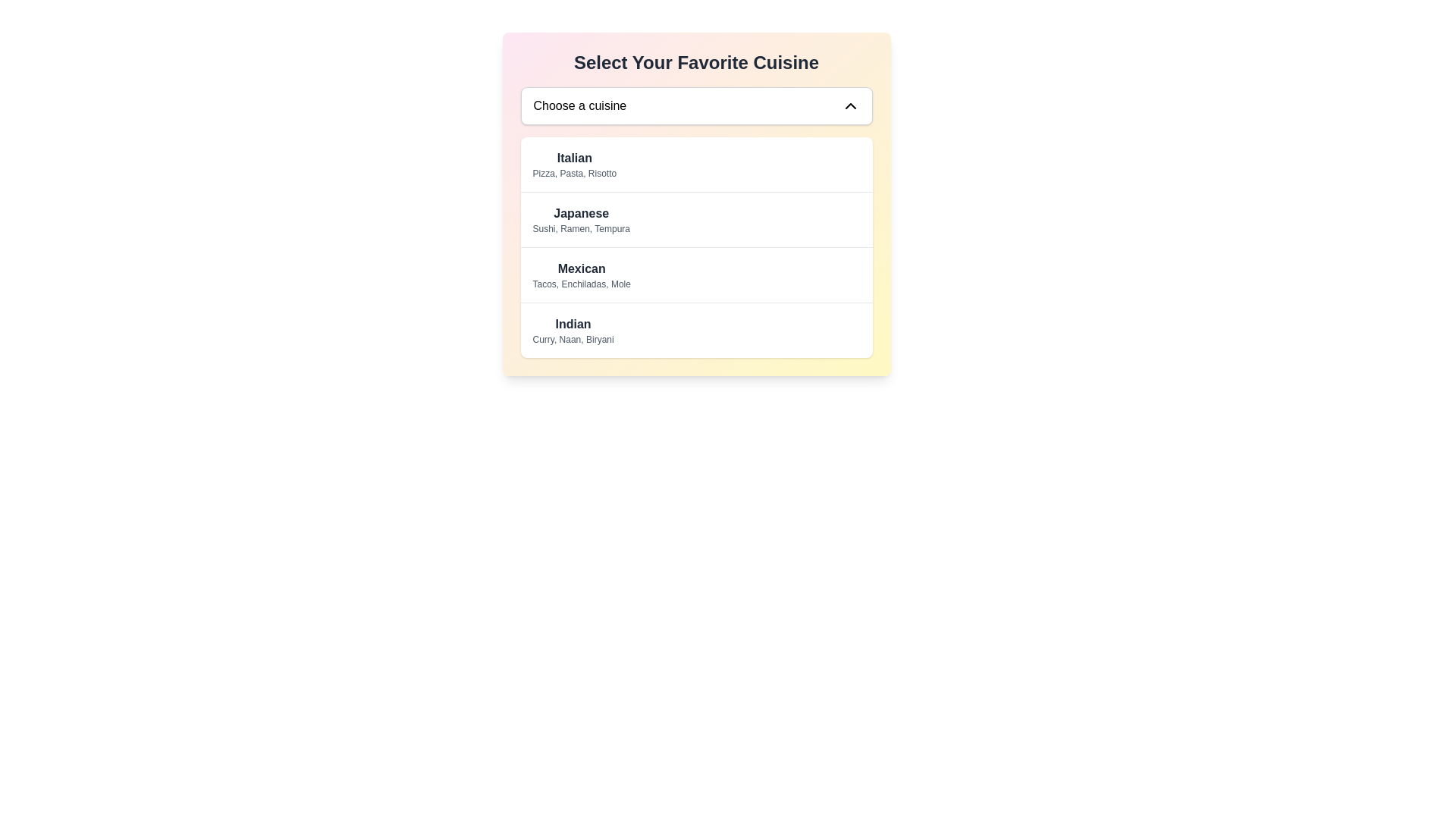  What do you see at coordinates (580, 219) in the screenshot?
I see `the composite label displaying 'Japanese' cuisine in the dropdown menu` at bounding box center [580, 219].